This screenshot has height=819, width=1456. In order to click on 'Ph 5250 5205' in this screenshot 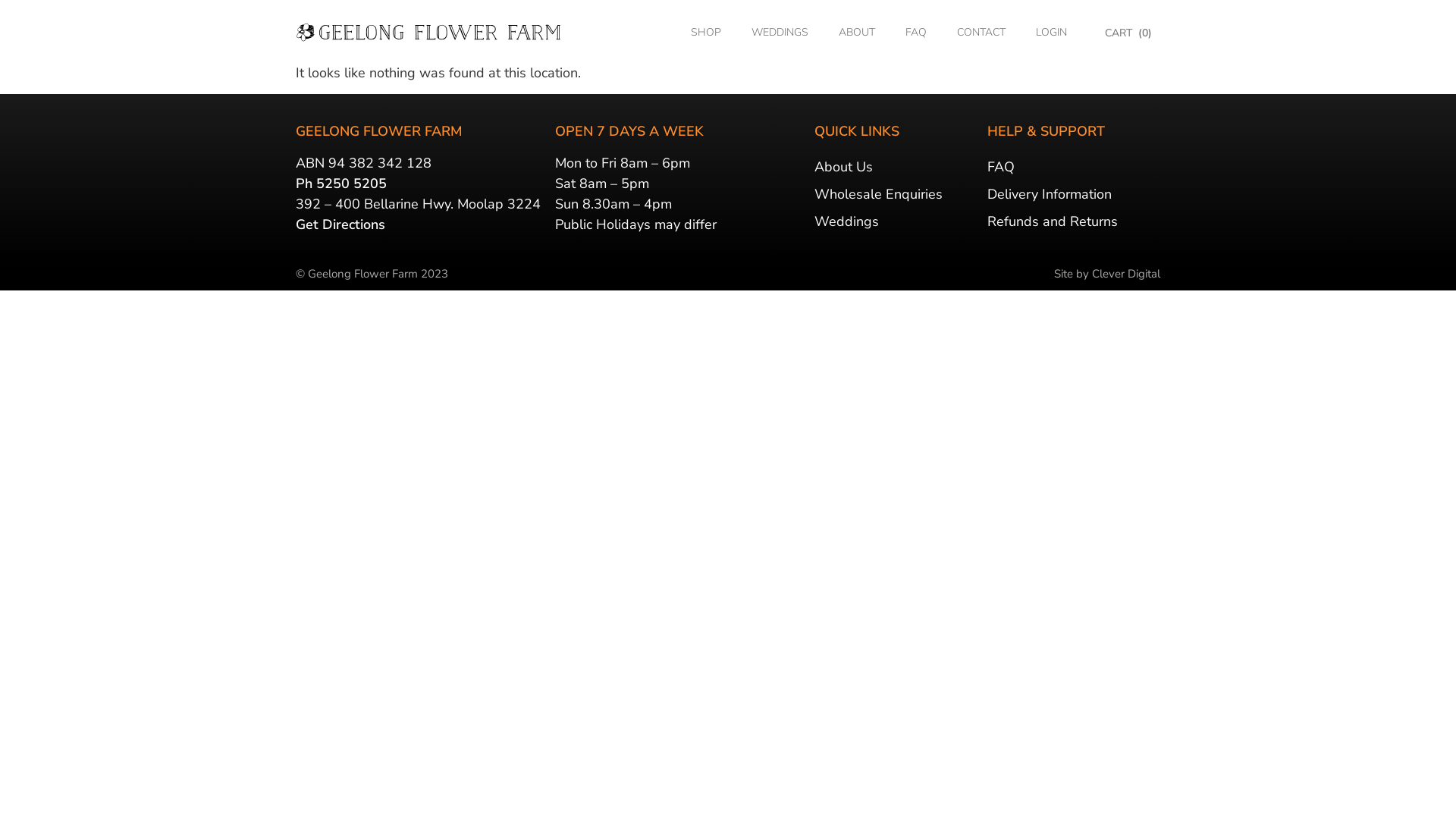, I will do `click(340, 183)`.